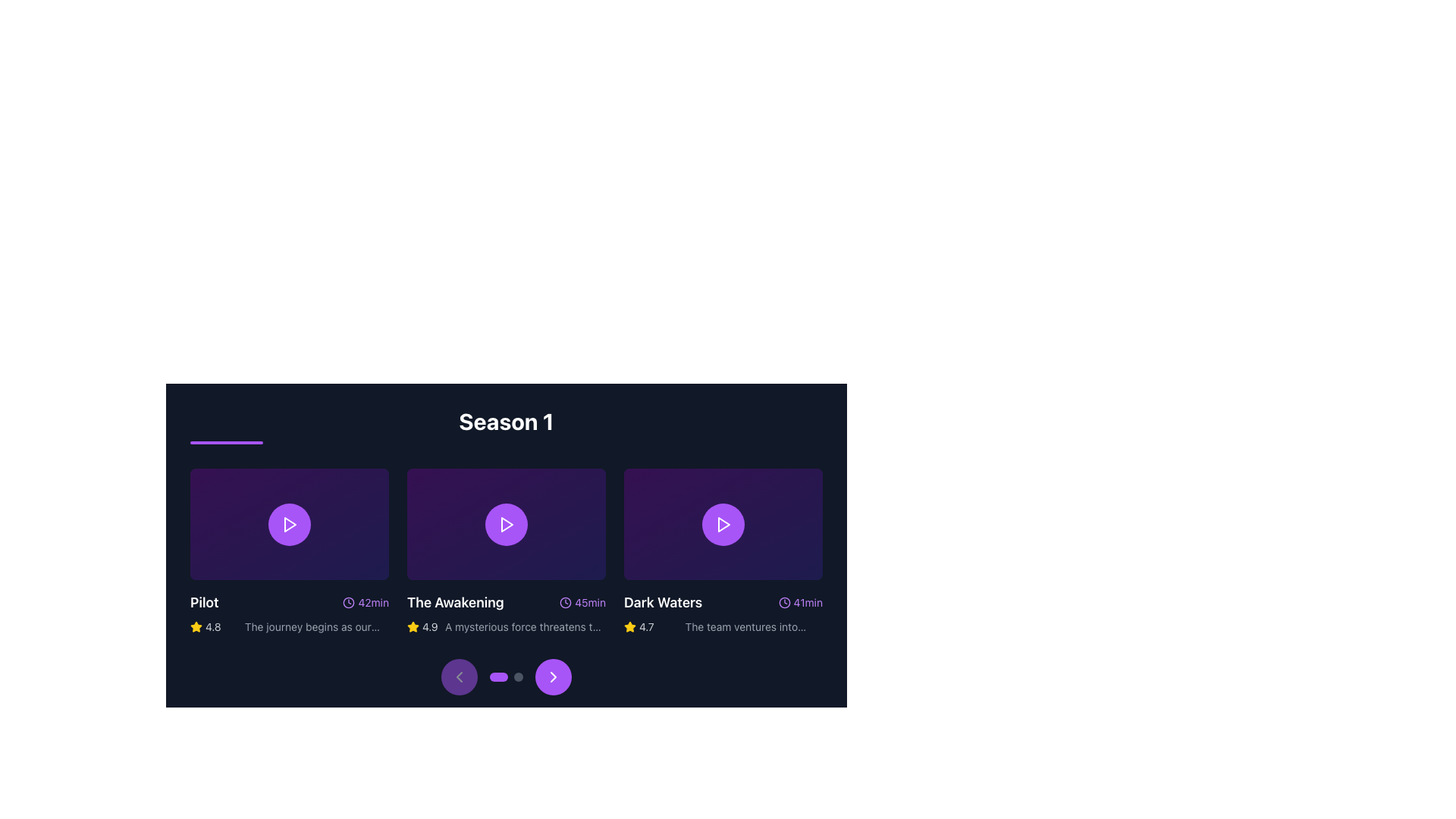 The width and height of the screenshot is (1456, 819). What do you see at coordinates (582, 602) in the screenshot?
I see `duration displayed on the time duration indicator with a clock icon showing '45min' in purple, located at the bottom-right corner of the highlighted card titled 'The Awakening'` at bounding box center [582, 602].